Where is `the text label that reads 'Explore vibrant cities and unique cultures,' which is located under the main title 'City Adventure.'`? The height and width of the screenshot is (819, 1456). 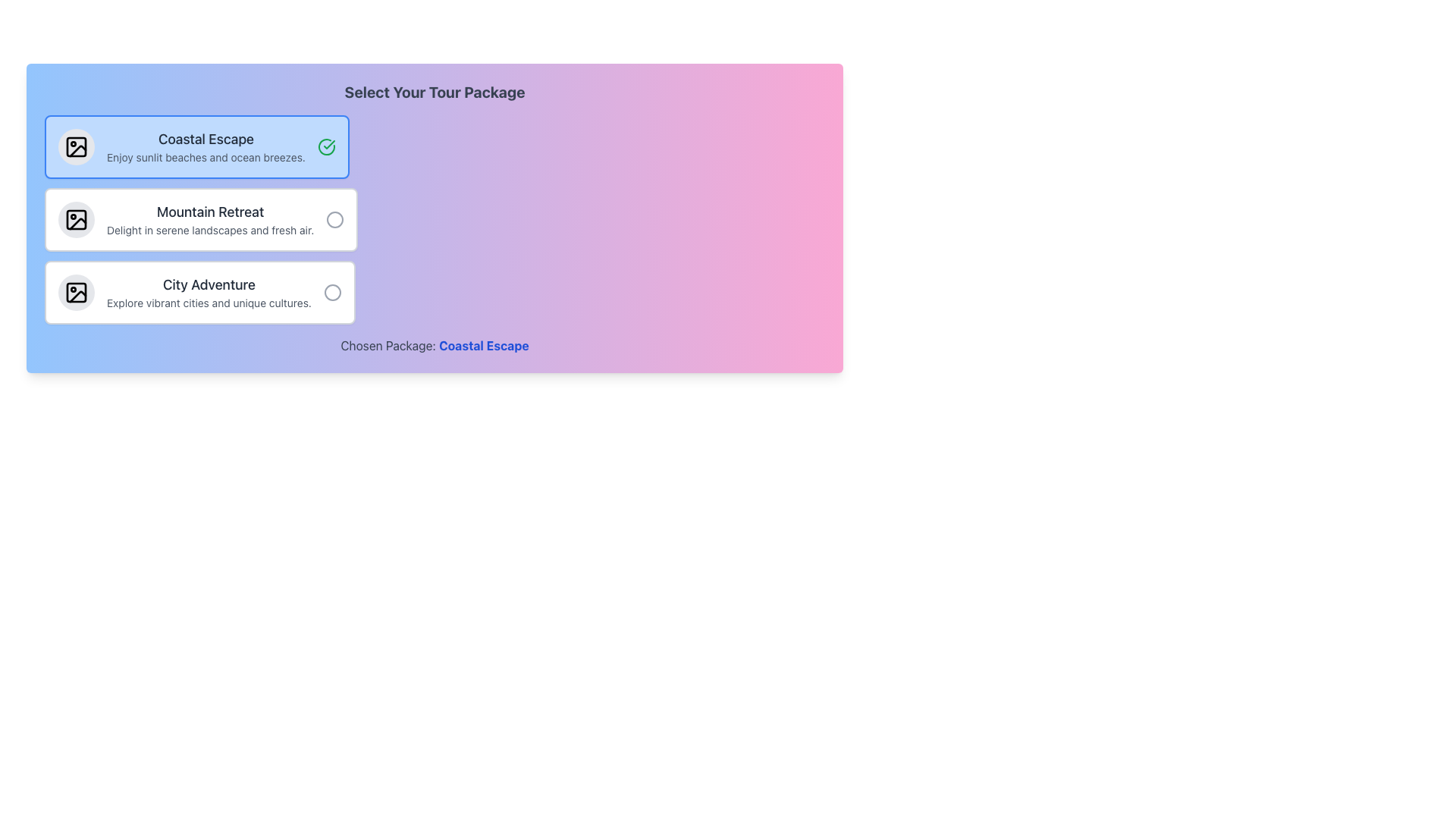 the text label that reads 'Explore vibrant cities and unique cultures,' which is located under the main title 'City Adventure.' is located at coordinates (208, 303).